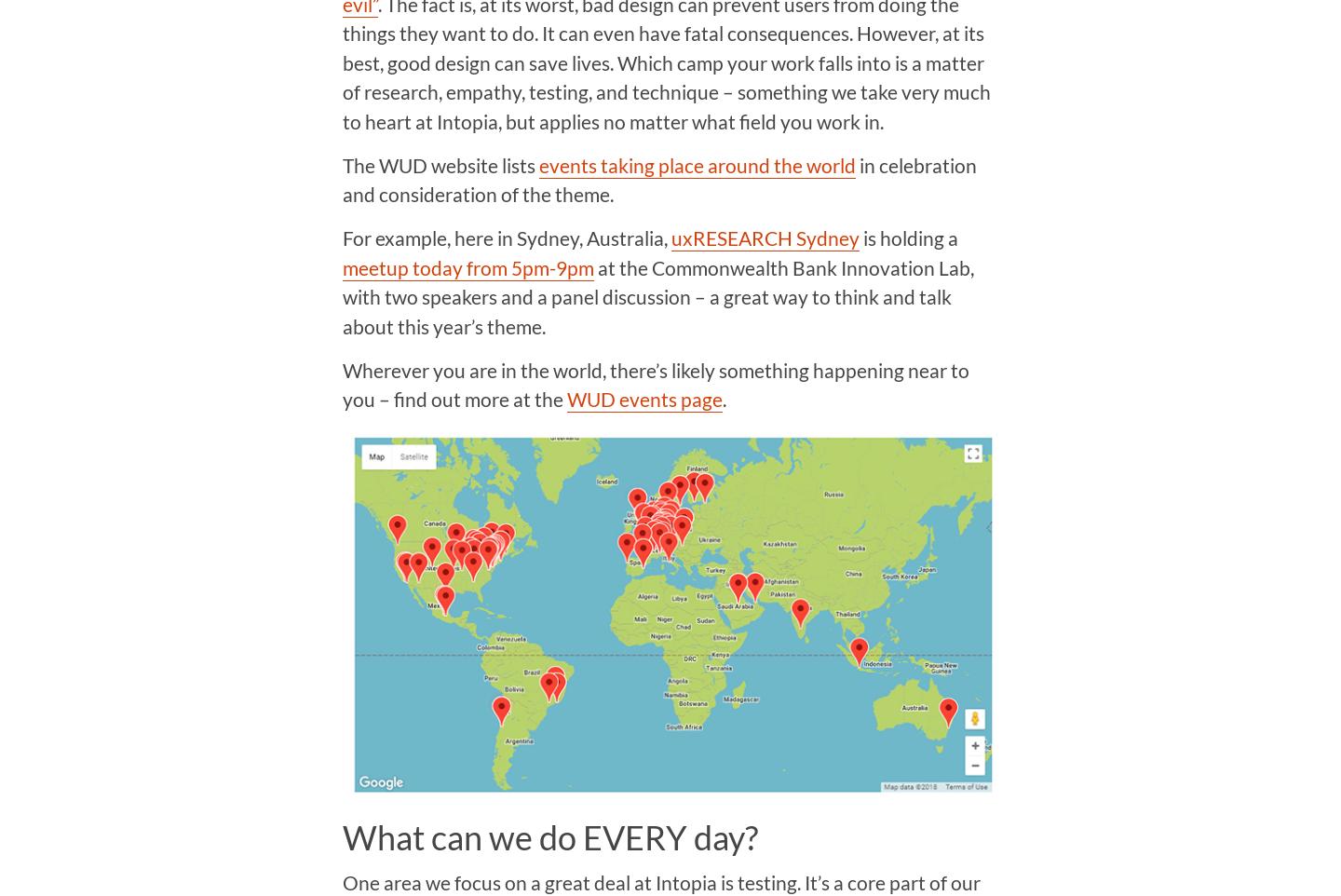 This screenshot has width=1341, height=896. I want to click on 'Wherever you are in the world, there’s likely something happening near to you – find out more at the', so click(655, 383).